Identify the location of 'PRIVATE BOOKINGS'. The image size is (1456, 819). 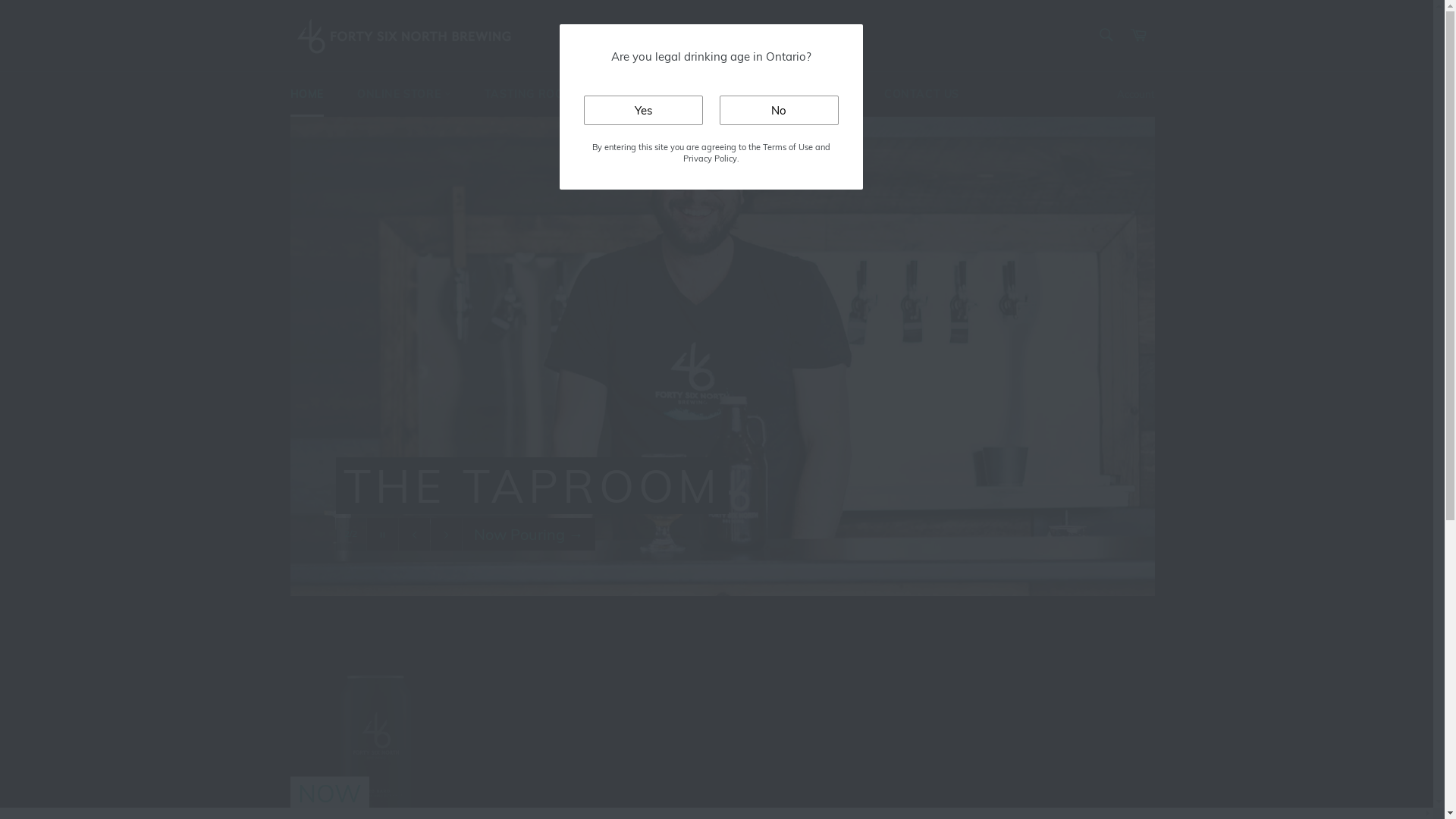
(601, 94).